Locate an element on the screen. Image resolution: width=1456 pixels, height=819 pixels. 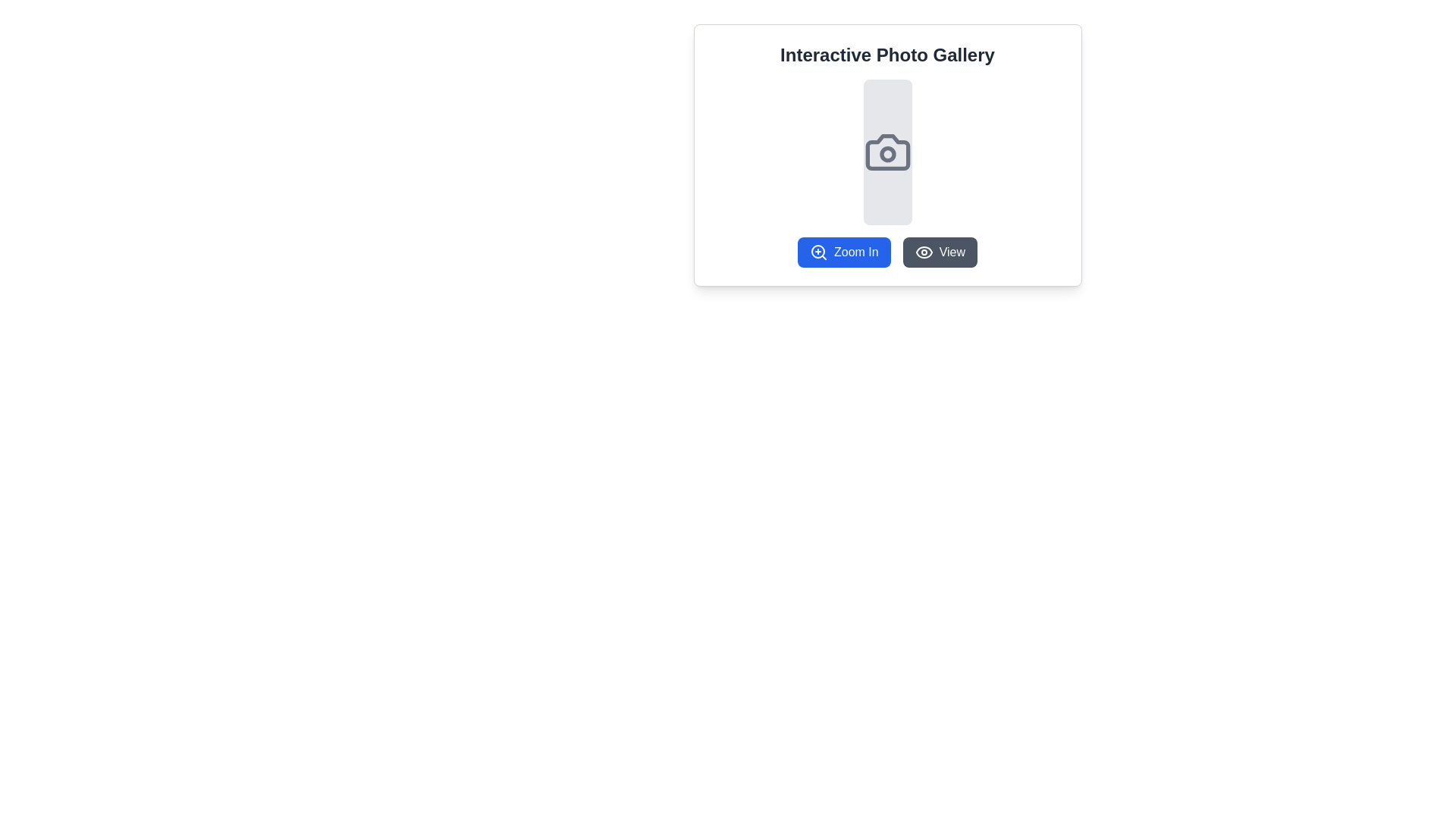
the decorative image or placeholder located below the 'Interactive Photo Gallery' header and above the 'Zoom In' and 'View' buttons is located at coordinates (887, 152).